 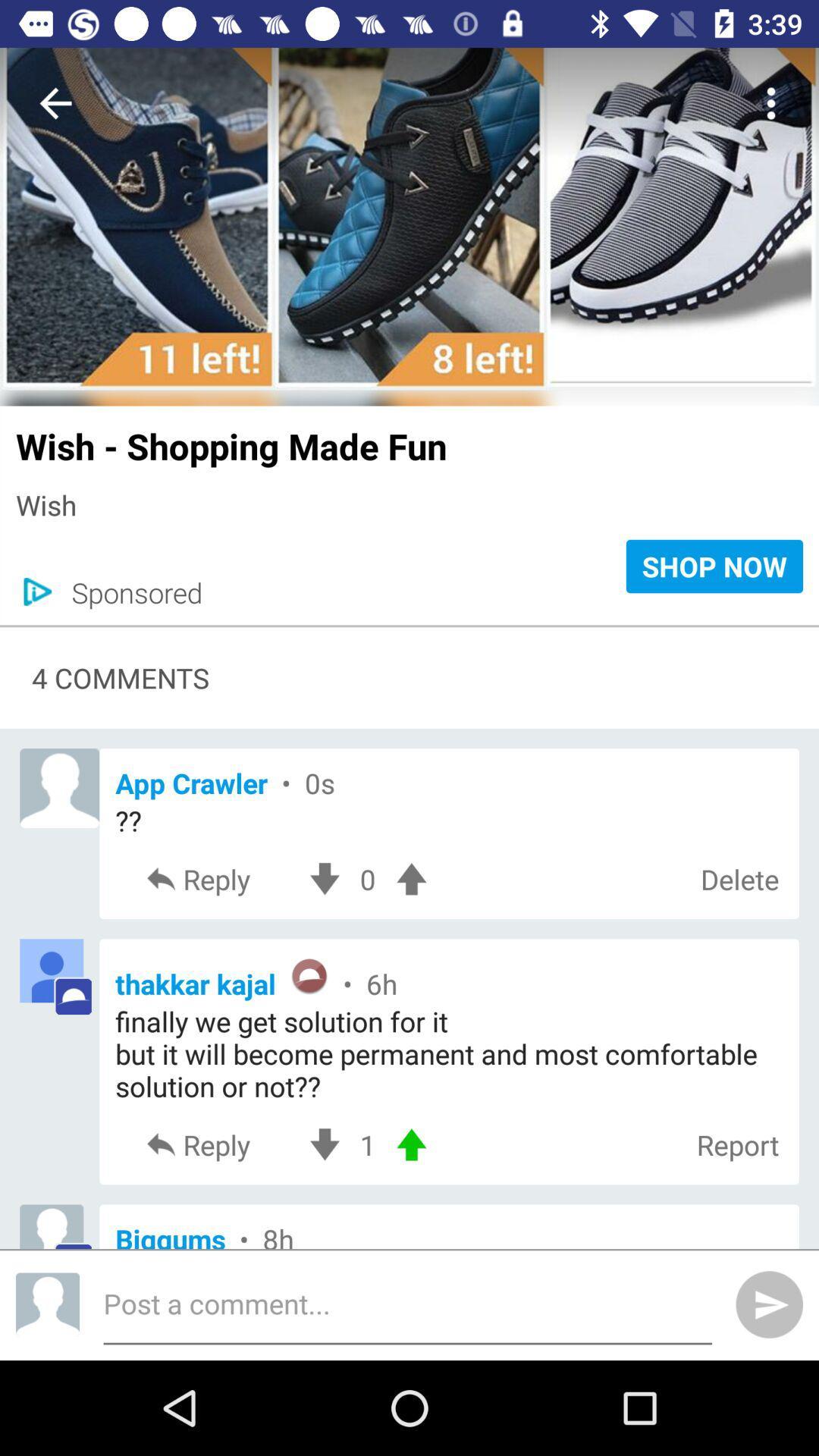 I want to click on icon above the wish shopping made icon, so click(x=409, y=397).